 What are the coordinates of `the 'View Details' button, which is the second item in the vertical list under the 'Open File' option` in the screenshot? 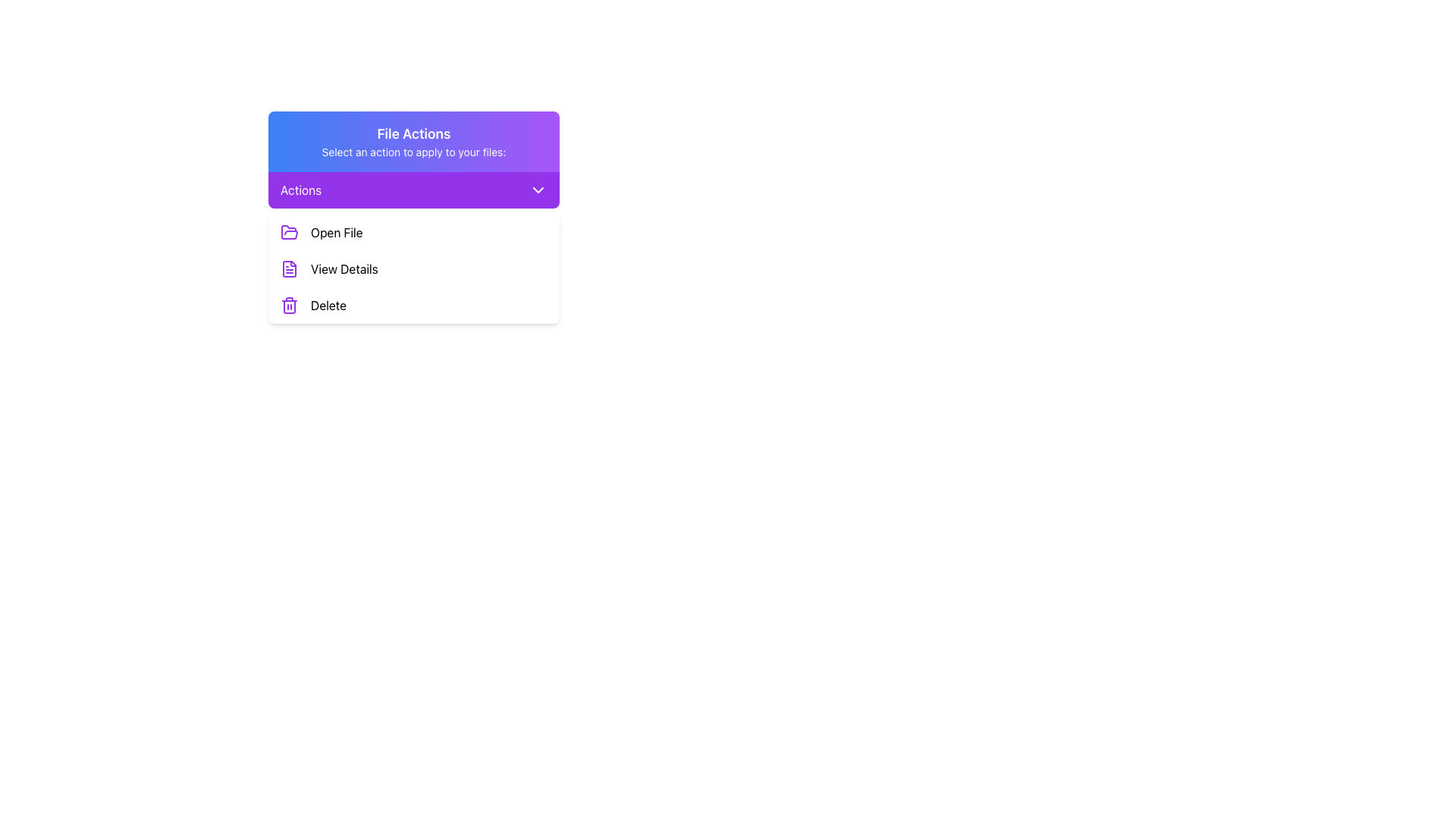 It's located at (344, 268).